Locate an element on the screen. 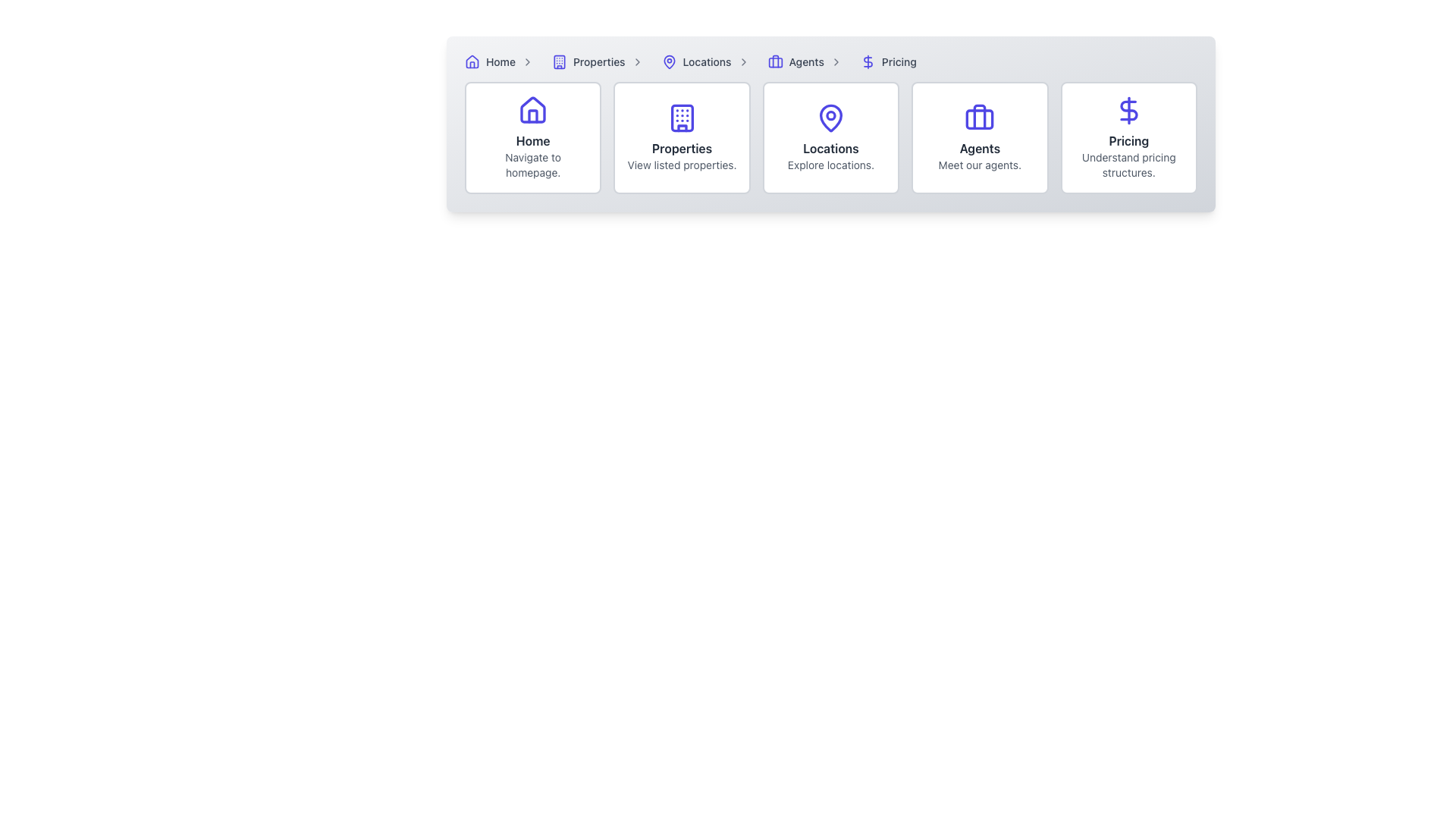 The height and width of the screenshot is (819, 1456). the 'Locations' link in the breadcrumb navigation, which features a purple location pin icon and is positioned before the '>' symbol is located at coordinates (708, 61).